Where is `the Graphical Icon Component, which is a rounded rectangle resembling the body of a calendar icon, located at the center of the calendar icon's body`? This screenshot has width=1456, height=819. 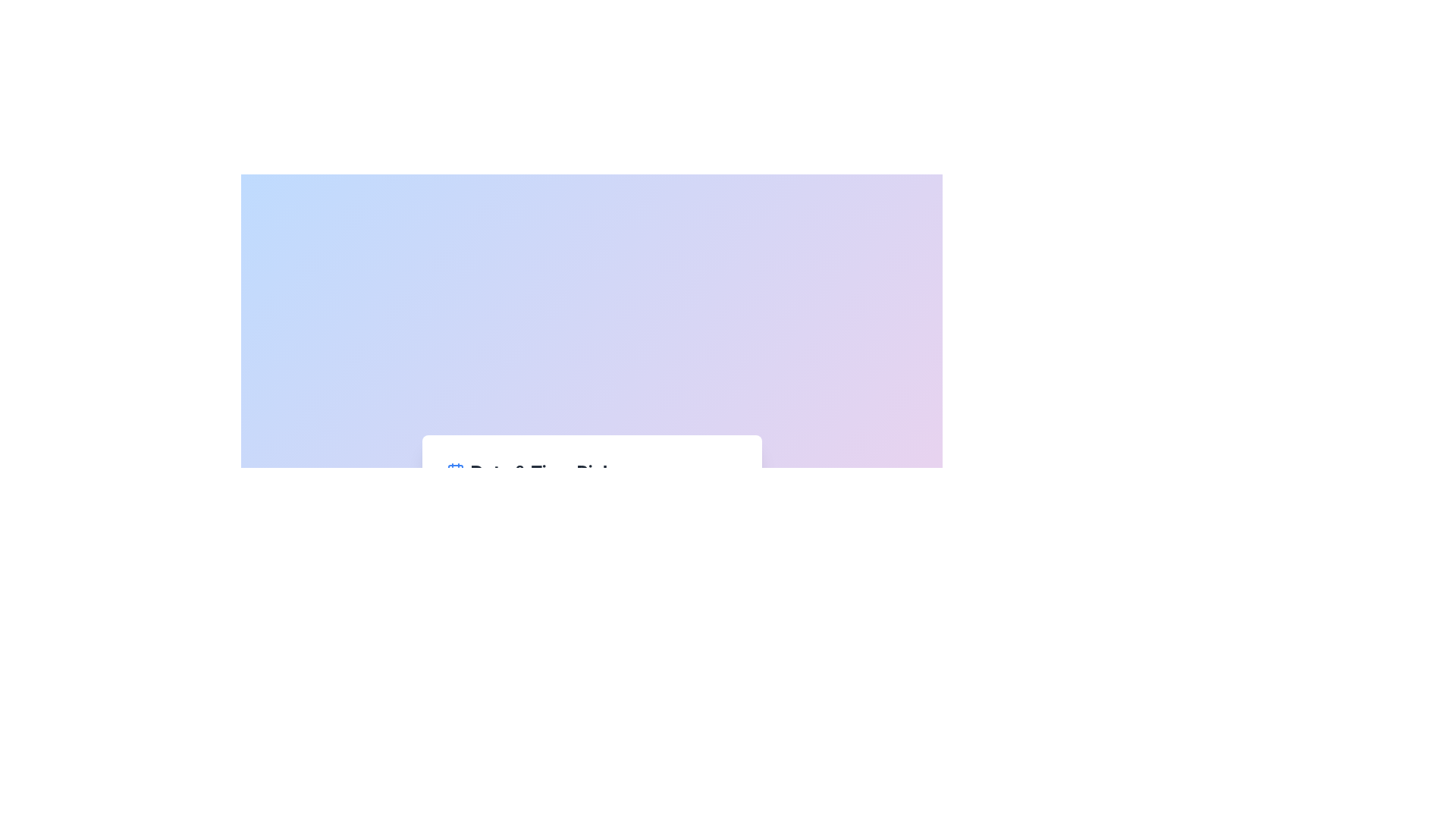 the Graphical Icon Component, which is a rounded rectangle resembling the body of a calendar icon, located at the center of the calendar icon's body is located at coordinates (454, 472).